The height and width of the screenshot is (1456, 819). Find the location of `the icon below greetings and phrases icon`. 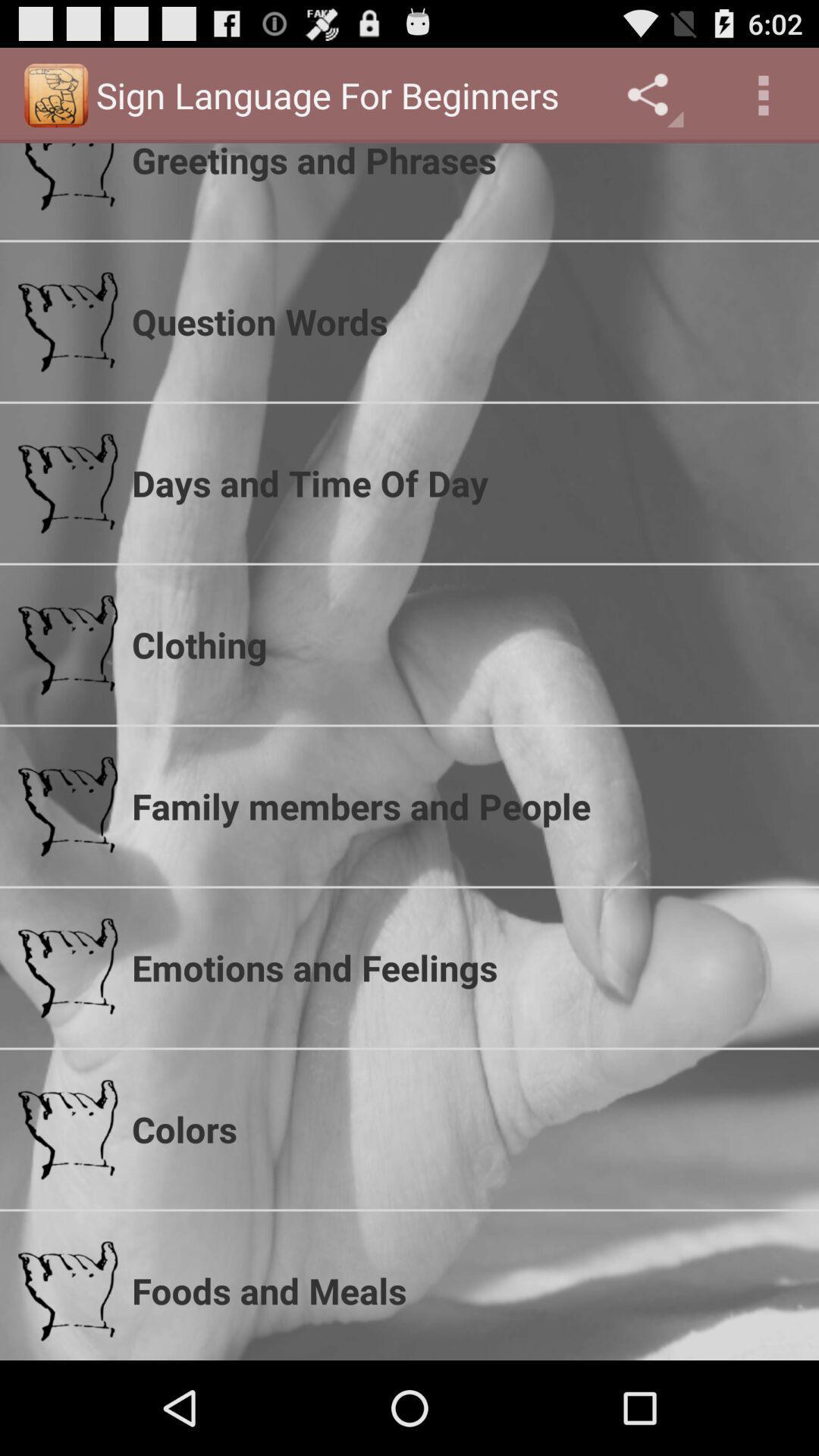

the icon below greetings and phrases icon is located at coordinates (465, 321).